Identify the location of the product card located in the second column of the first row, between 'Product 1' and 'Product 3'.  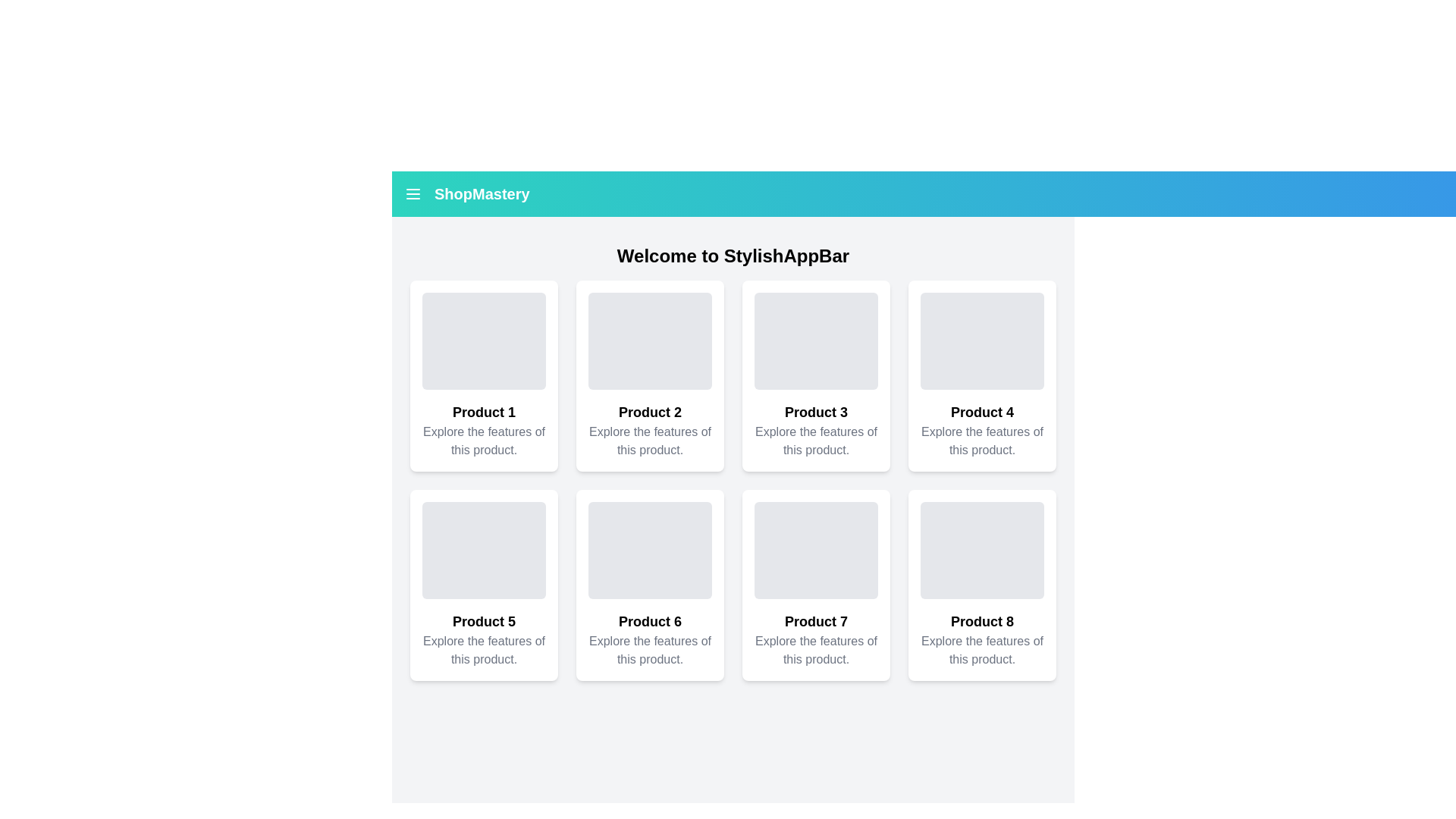
(650, 375).